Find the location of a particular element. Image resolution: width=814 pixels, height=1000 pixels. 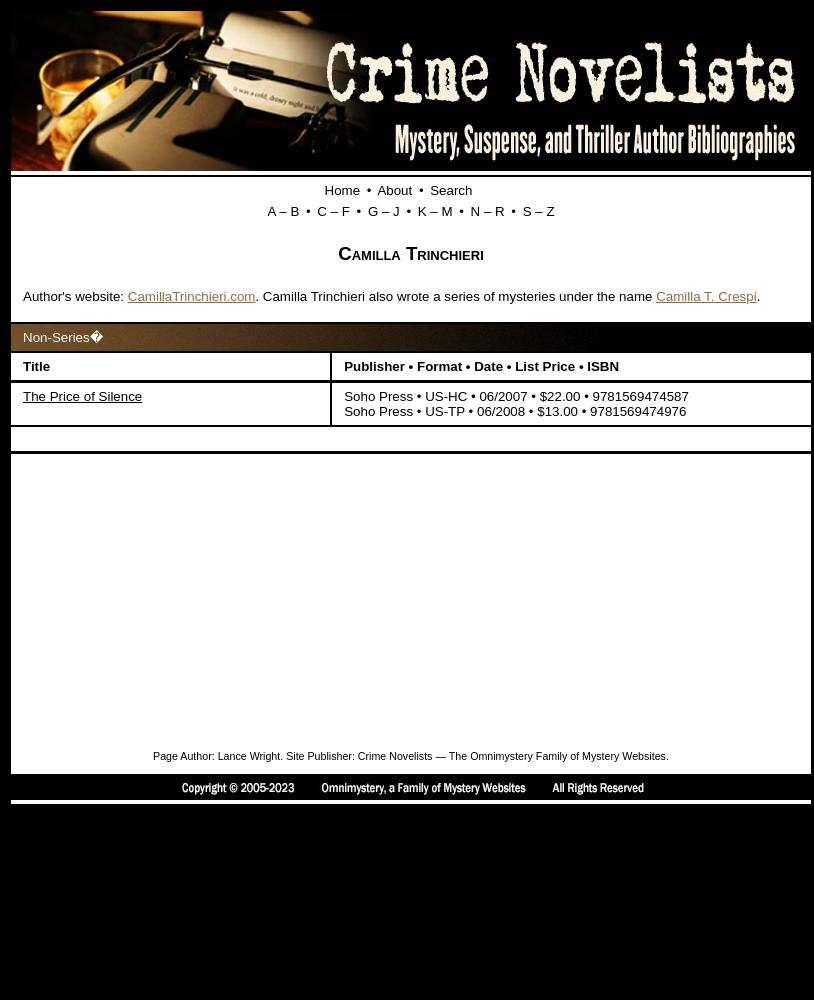

'Title' is located at coordinates (22, 365).